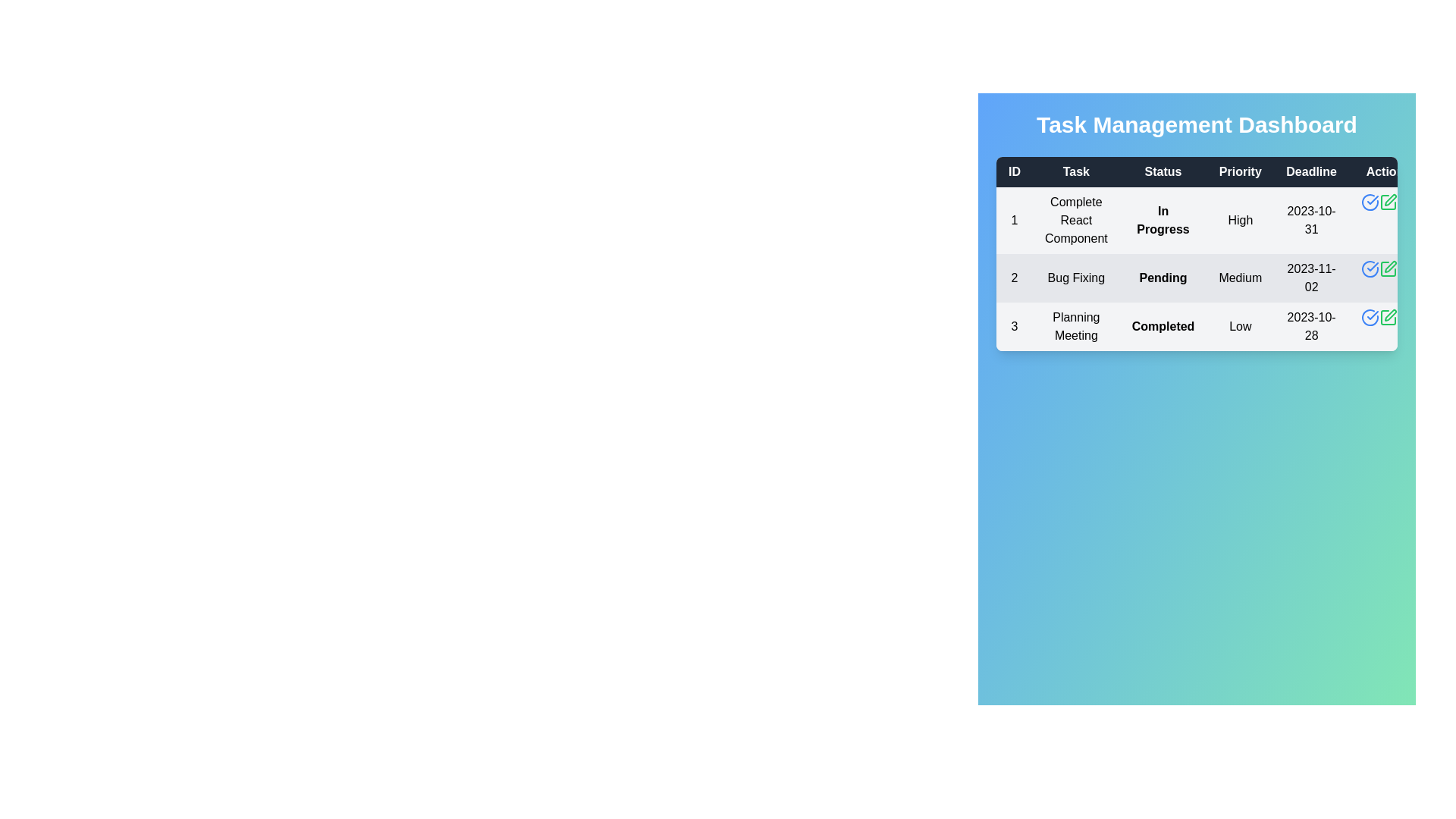 The height and width of the screenshot is (819, 1456). What do you see at coordinates (1404, 317) in the screenshot?
I see `the delete button for task 3` at bounding box center [1404, 317].